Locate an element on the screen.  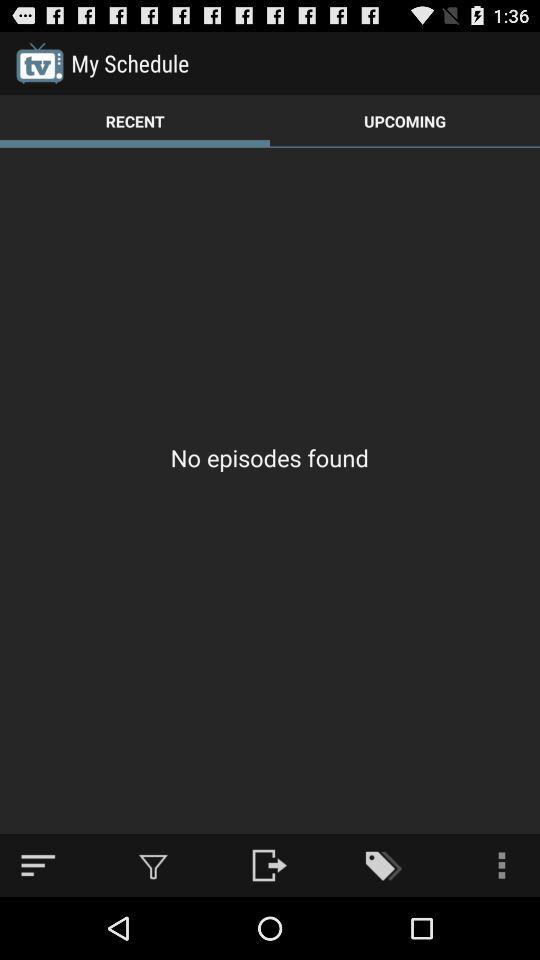
the icon above no episodes found app is located at coordinates (135, 120).